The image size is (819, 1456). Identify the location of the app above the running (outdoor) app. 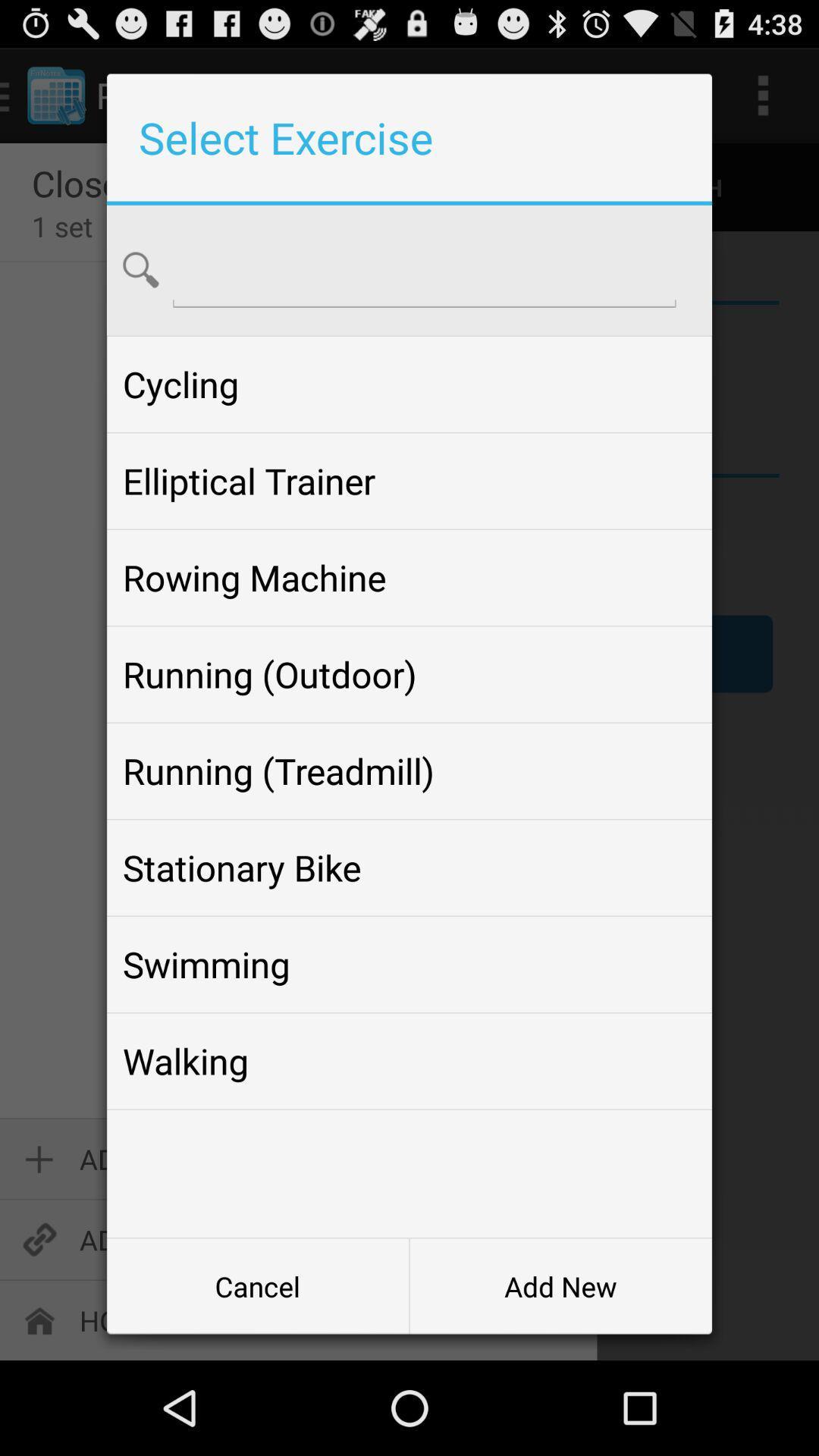
(409, 577).